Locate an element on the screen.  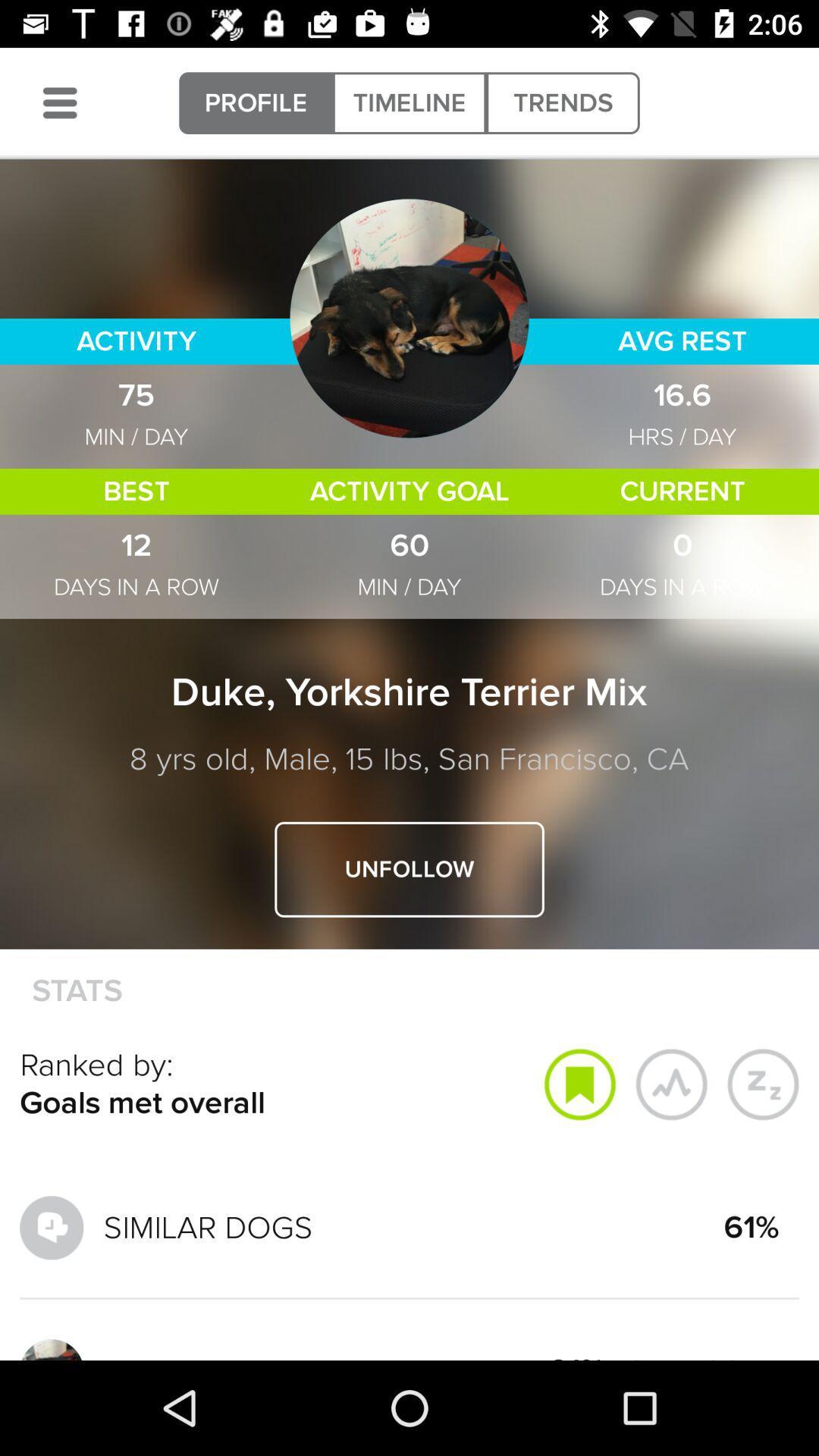
the menu icon is located at coordinates (59, 102).